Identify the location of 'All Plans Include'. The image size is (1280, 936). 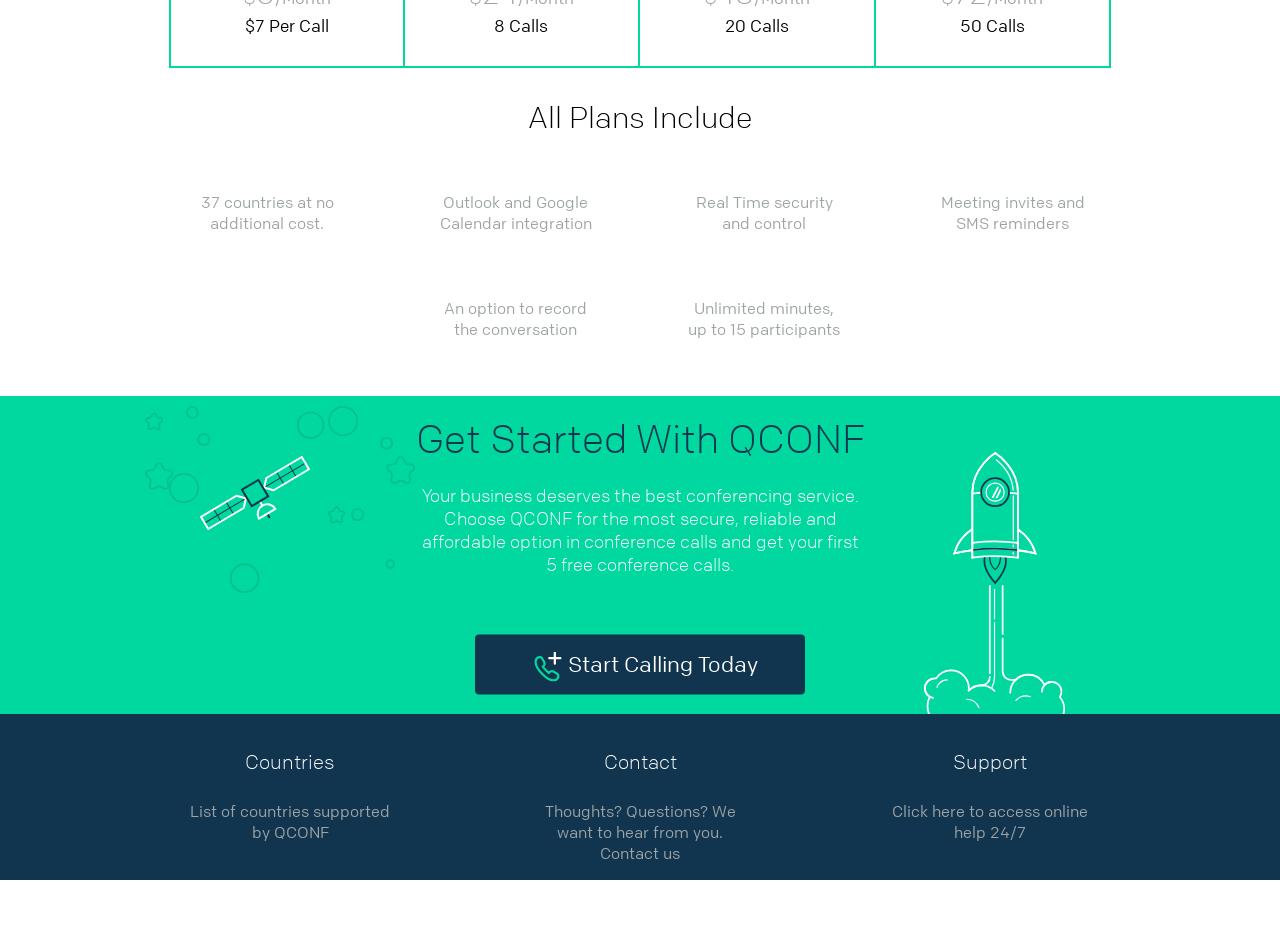
(638, 118).